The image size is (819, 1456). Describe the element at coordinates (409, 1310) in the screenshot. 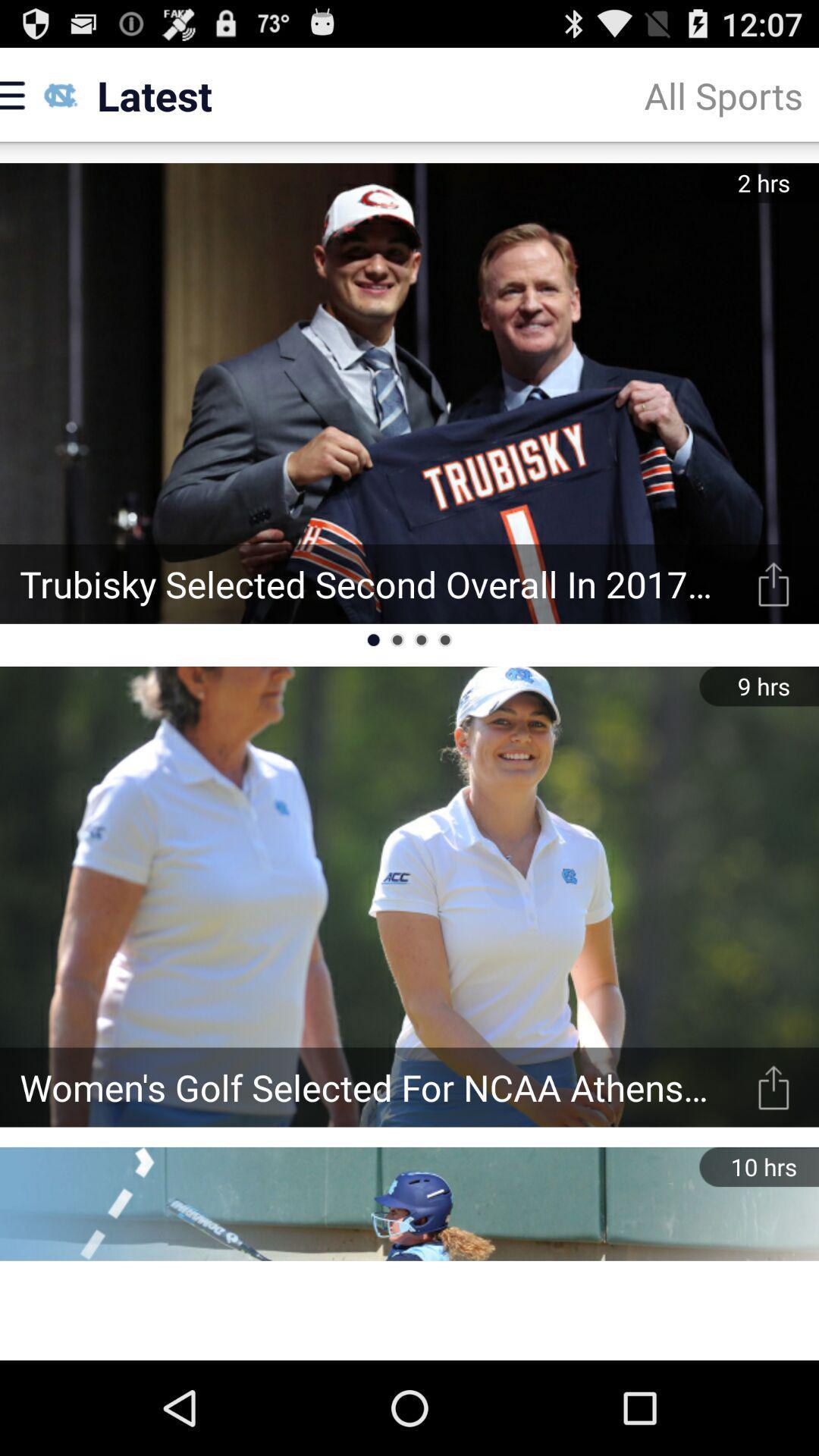

I see `advertisement block` at that location.